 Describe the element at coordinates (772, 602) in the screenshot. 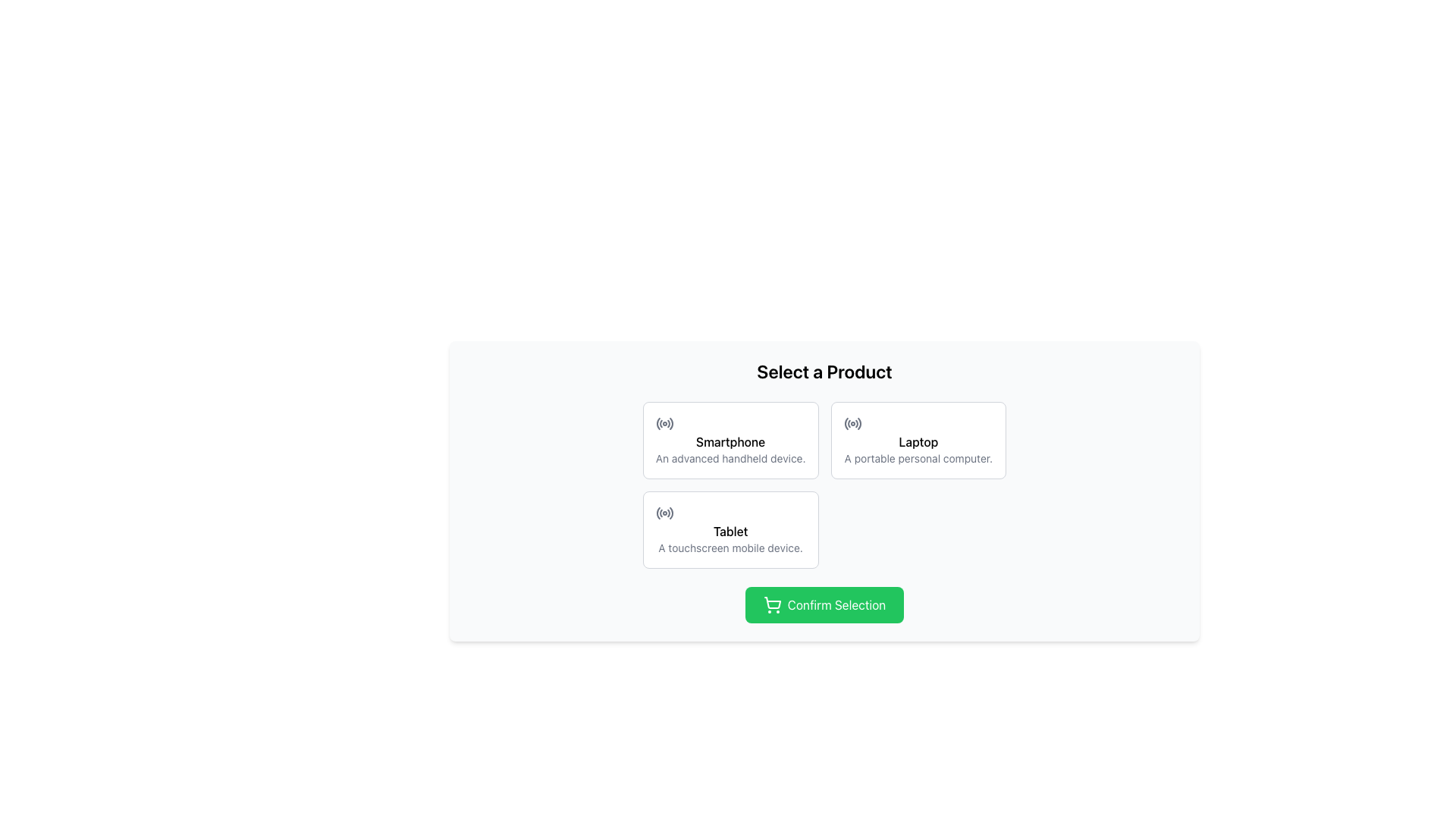

I see `the vector graphic representing the cart, which is the main element of the 'Confirm Selection' button located above the text label` at that location.